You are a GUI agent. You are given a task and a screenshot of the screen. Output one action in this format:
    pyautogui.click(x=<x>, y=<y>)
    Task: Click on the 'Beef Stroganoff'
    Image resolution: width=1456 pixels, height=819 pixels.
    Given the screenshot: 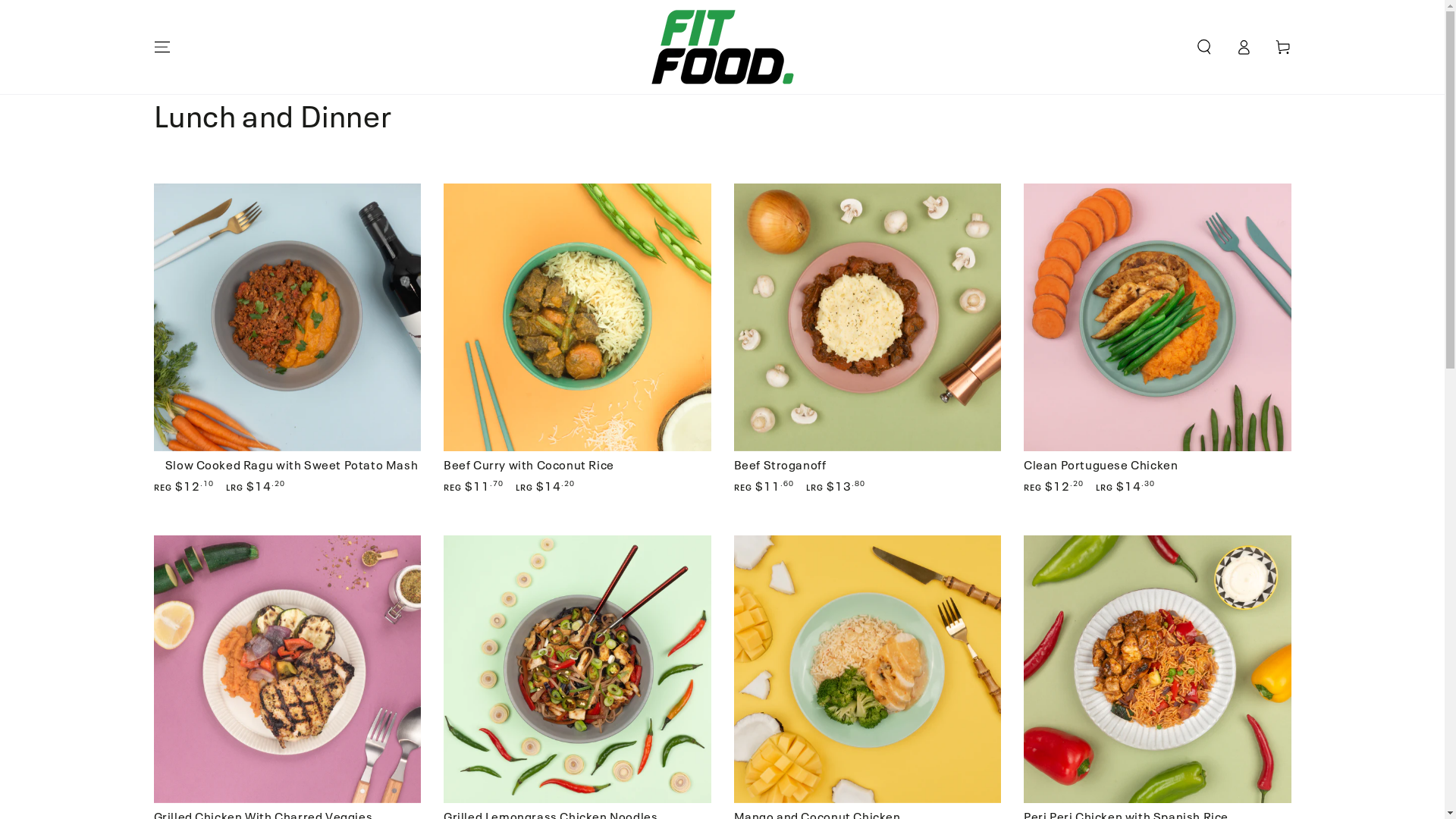 What is the action you would take?
    pyautogui.click(x=780, y=463)
    